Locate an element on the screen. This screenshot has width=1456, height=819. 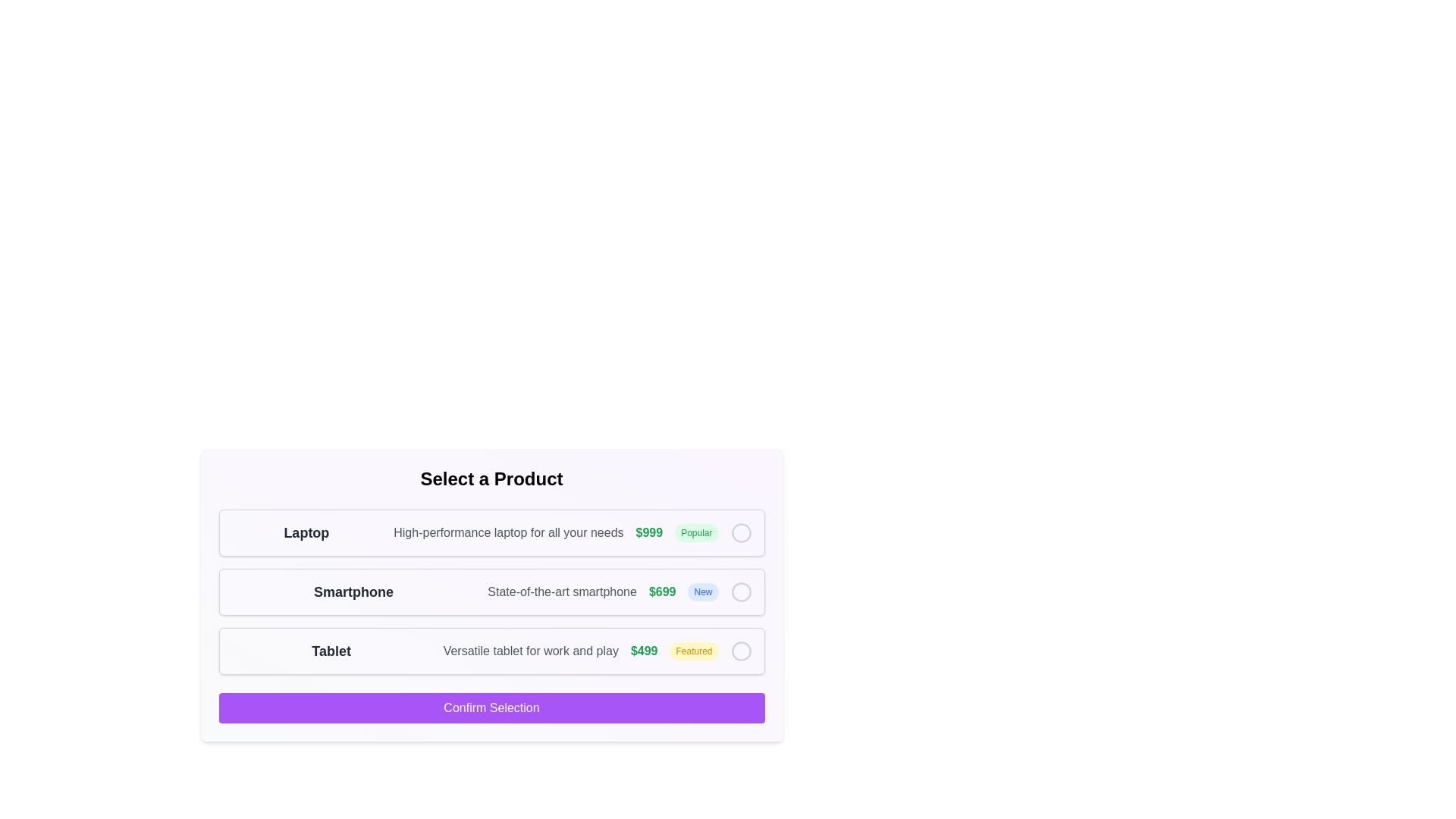
the text label that reads 'Versatile tablet for work and play', which is located next to the title 'Tablet' and to the left of the price '$499' is located at coordinates (531, 651).